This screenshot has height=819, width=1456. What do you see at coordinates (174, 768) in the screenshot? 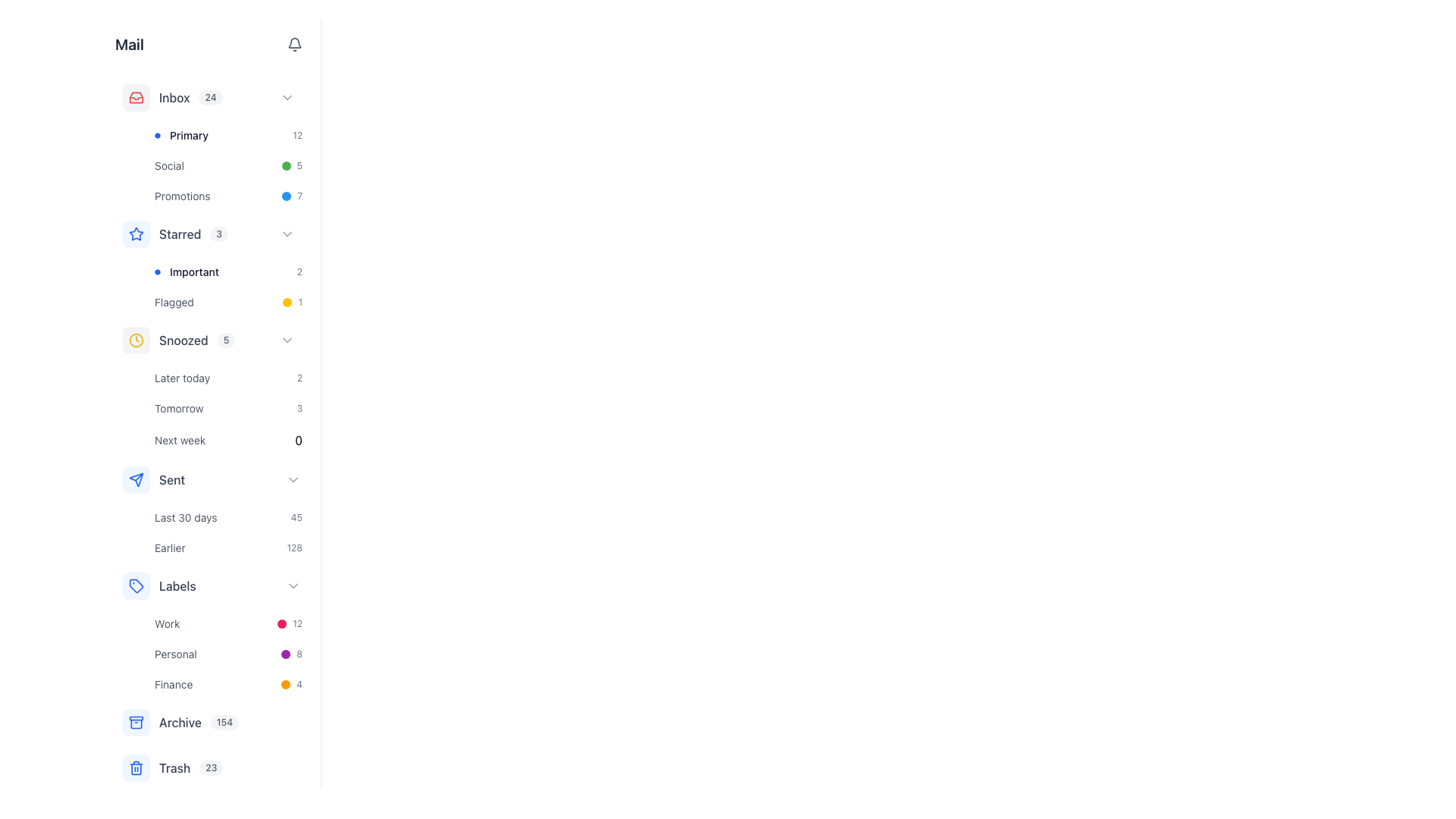
I see `on the 'Trash' text label located in the bottom-left section of the vertical email navigation panel` at bounding box center [174, 768].